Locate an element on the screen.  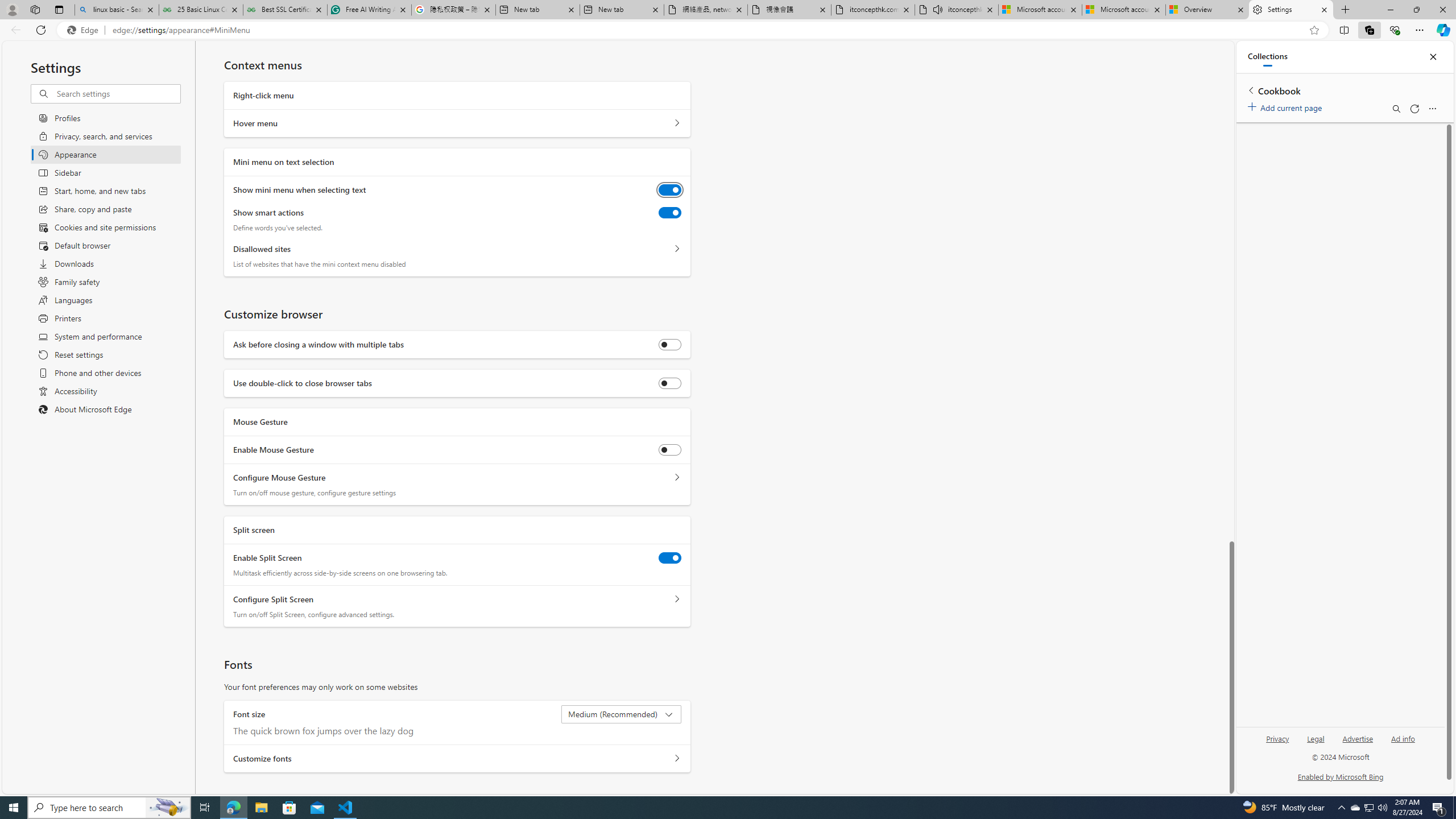
'Search settings' is located at coordinates (118, 93).